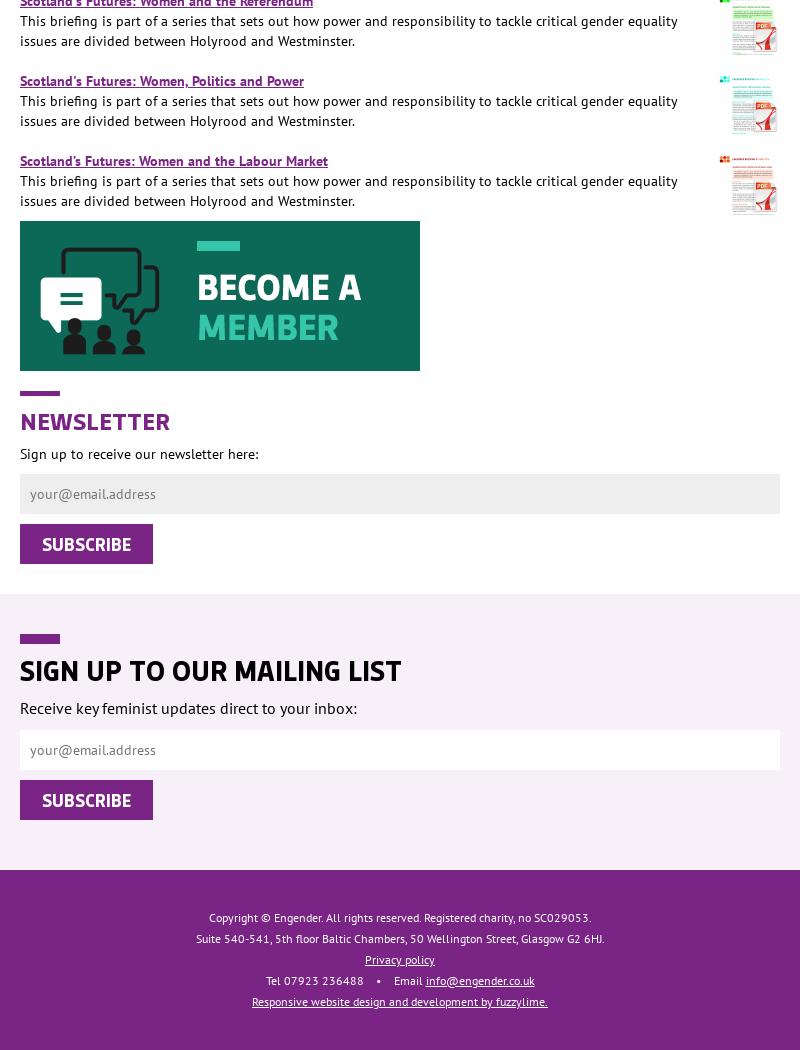 The height and width of the screenshot is (1050, 800). Describe the element at coordinates (187, 708) in the screenshot. I see `'Receive key feminist updates direct to your inbox:'` at that location.